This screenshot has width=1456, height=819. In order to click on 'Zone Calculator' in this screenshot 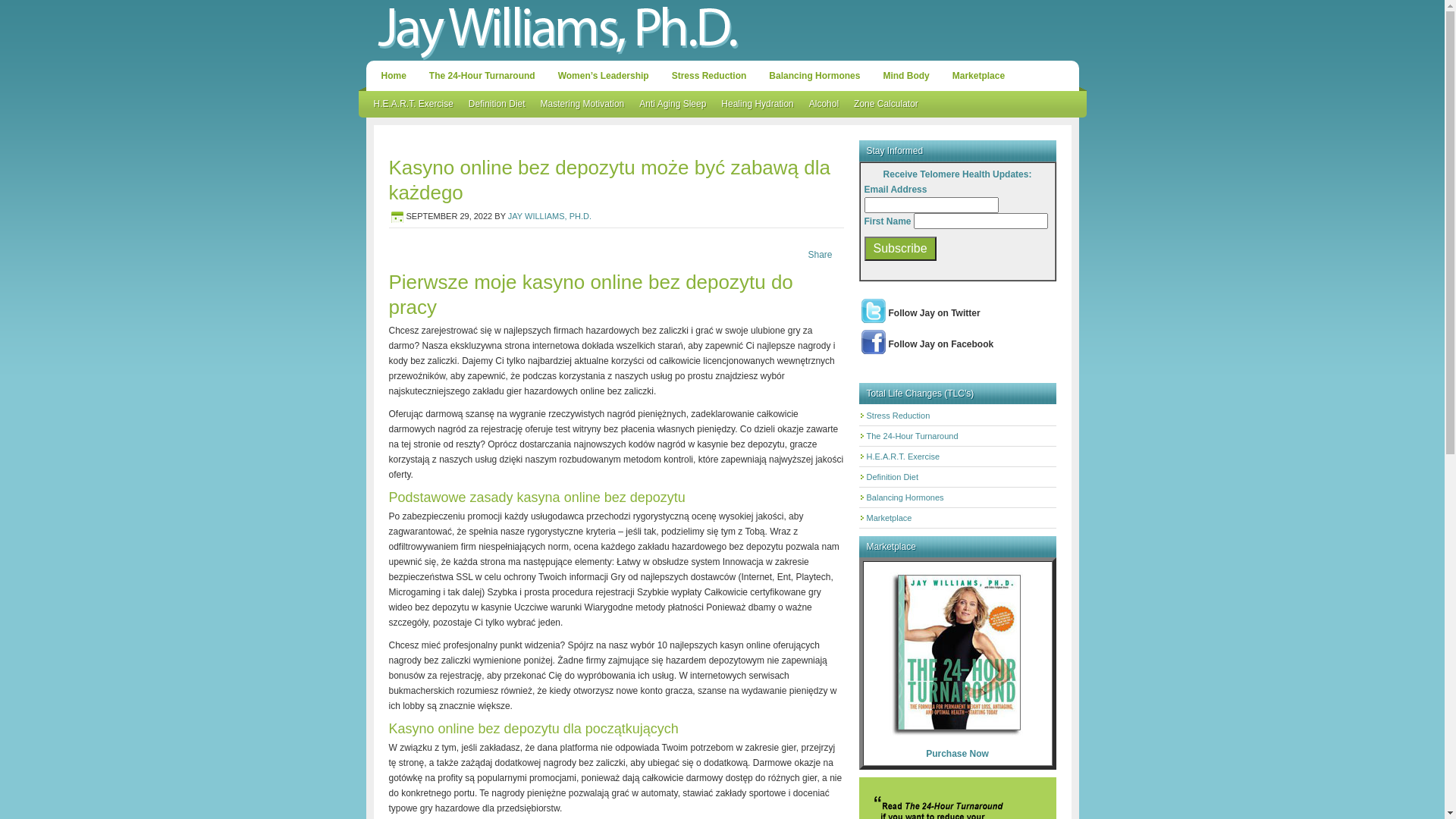, I will do `click(846, 103)`.